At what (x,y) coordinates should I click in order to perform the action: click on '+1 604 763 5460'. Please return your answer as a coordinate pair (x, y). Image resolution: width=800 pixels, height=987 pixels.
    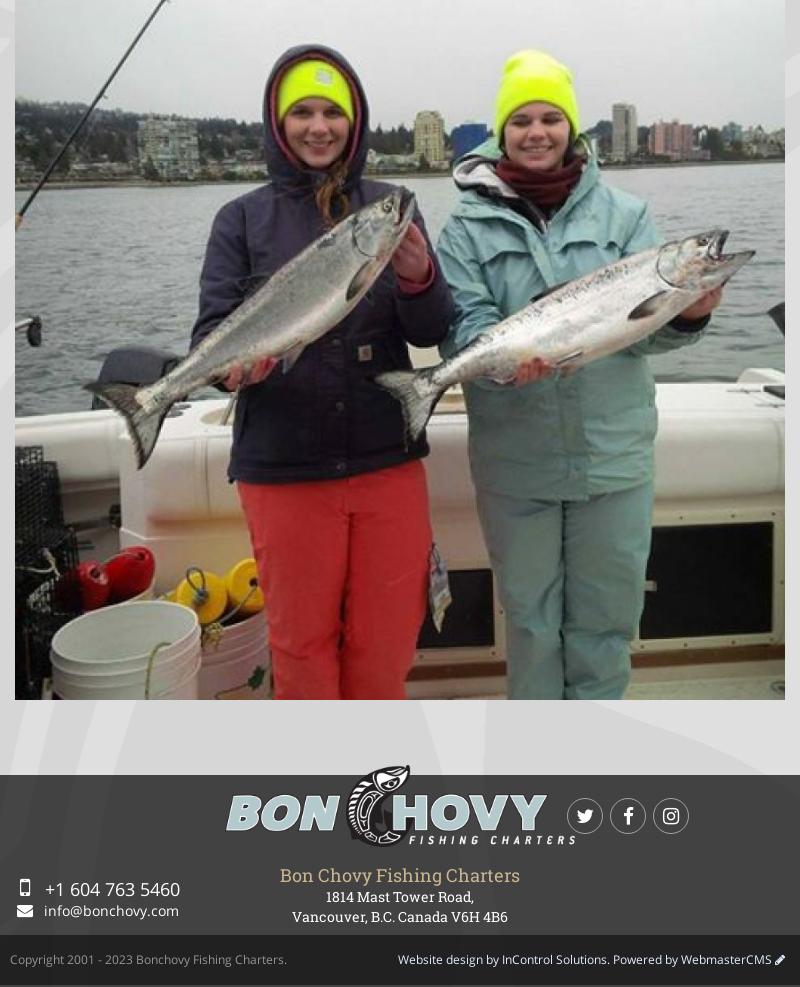
    Looking at the image, I should click on (109, 887).